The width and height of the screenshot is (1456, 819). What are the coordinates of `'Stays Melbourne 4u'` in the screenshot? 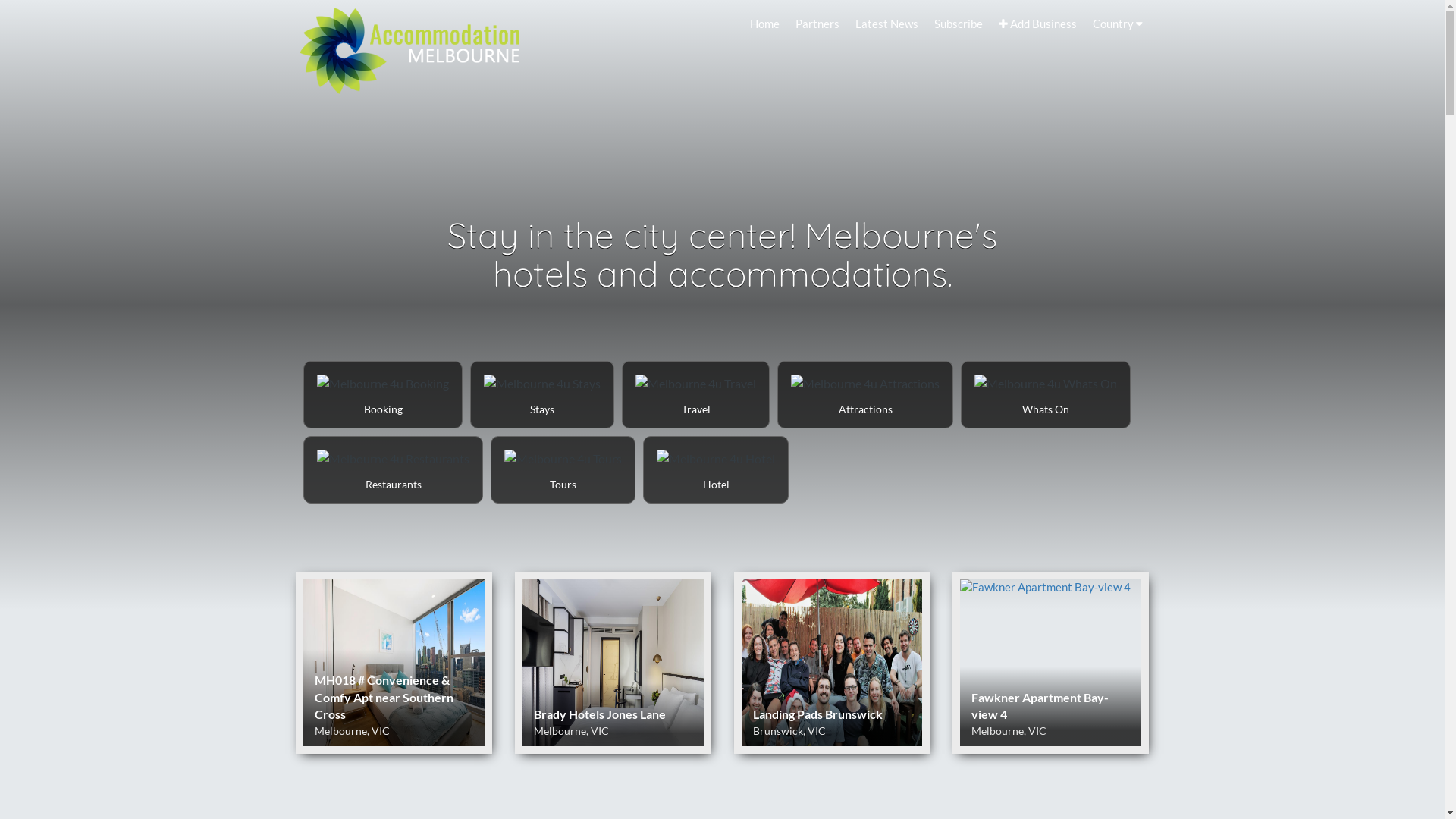 It's located at (542, 394).